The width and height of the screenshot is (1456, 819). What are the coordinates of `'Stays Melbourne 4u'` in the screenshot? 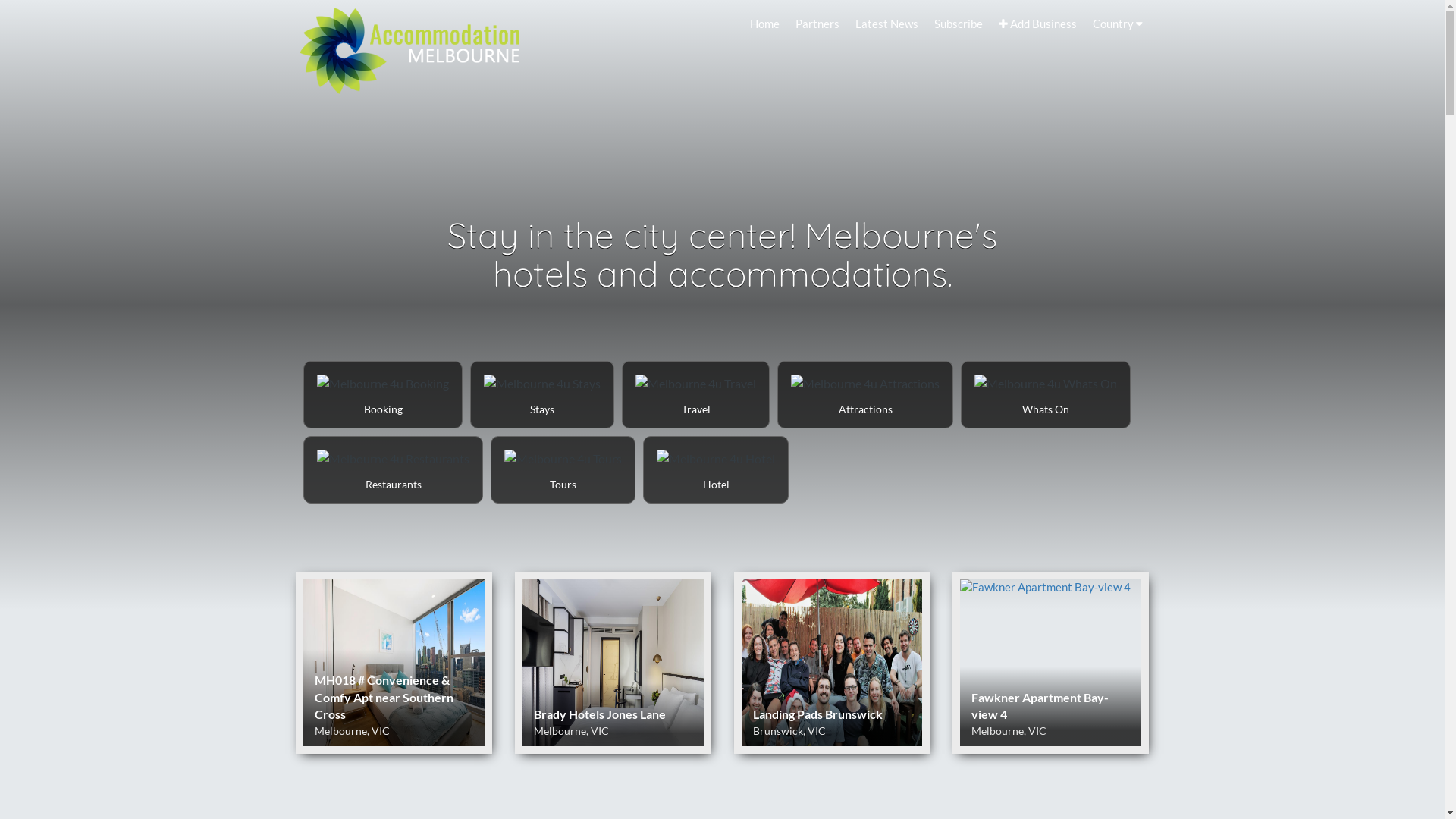 It's located at (542, 394).